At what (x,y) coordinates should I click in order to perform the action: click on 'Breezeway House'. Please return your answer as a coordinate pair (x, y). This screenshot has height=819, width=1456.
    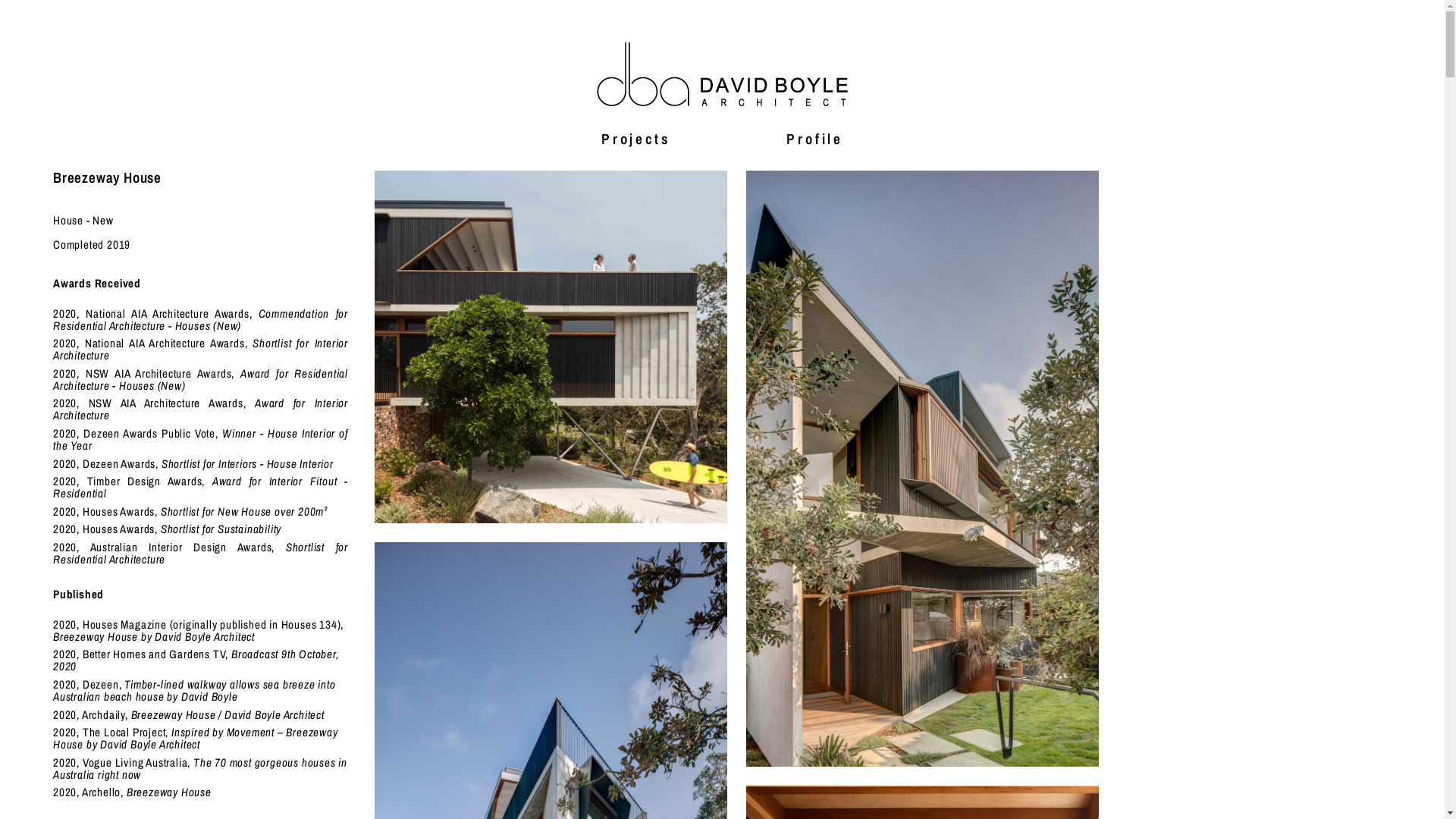
    Looking at the image, I should click on (921, 467).